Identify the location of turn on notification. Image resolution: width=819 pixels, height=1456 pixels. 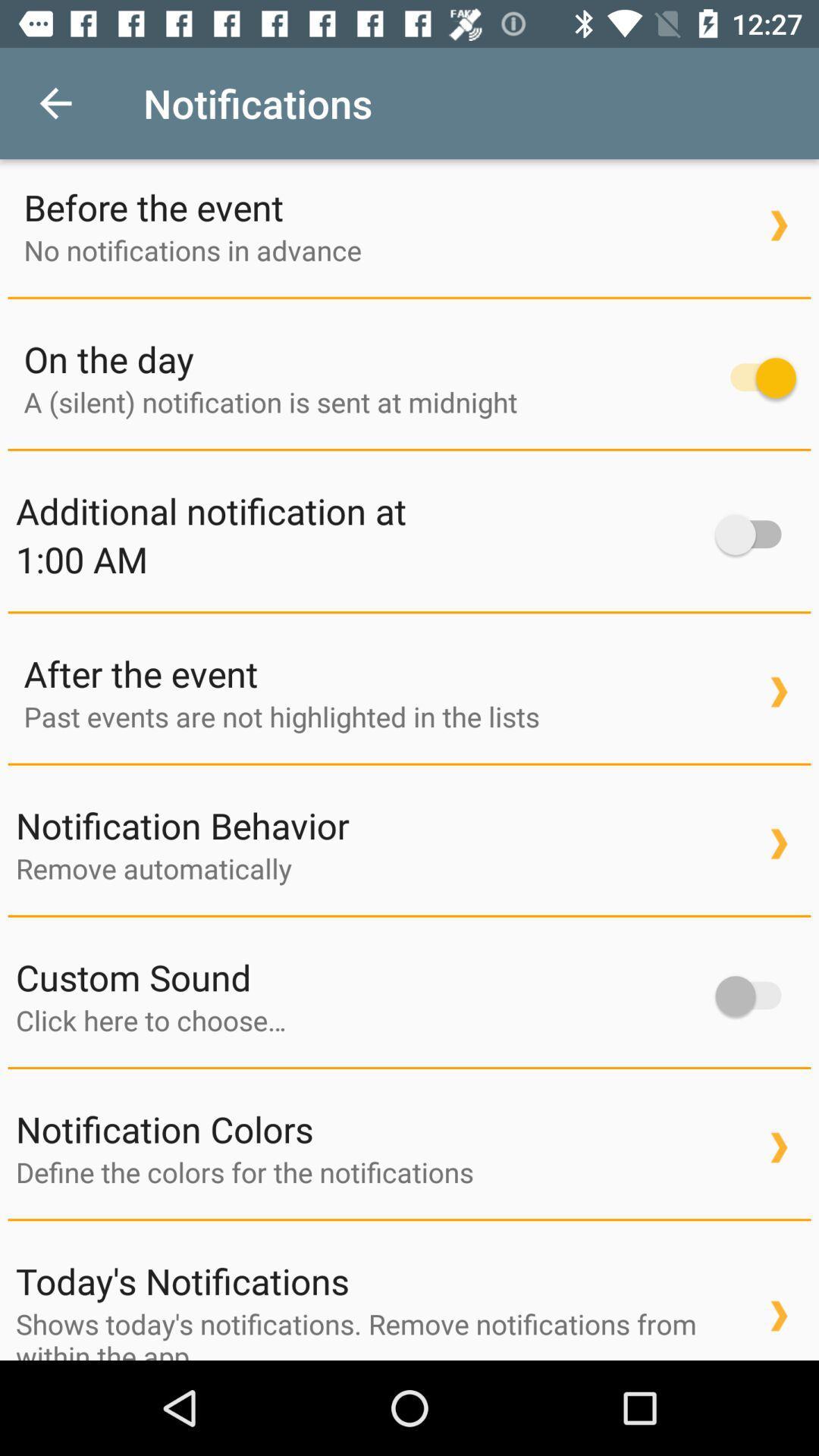
(755, 535).